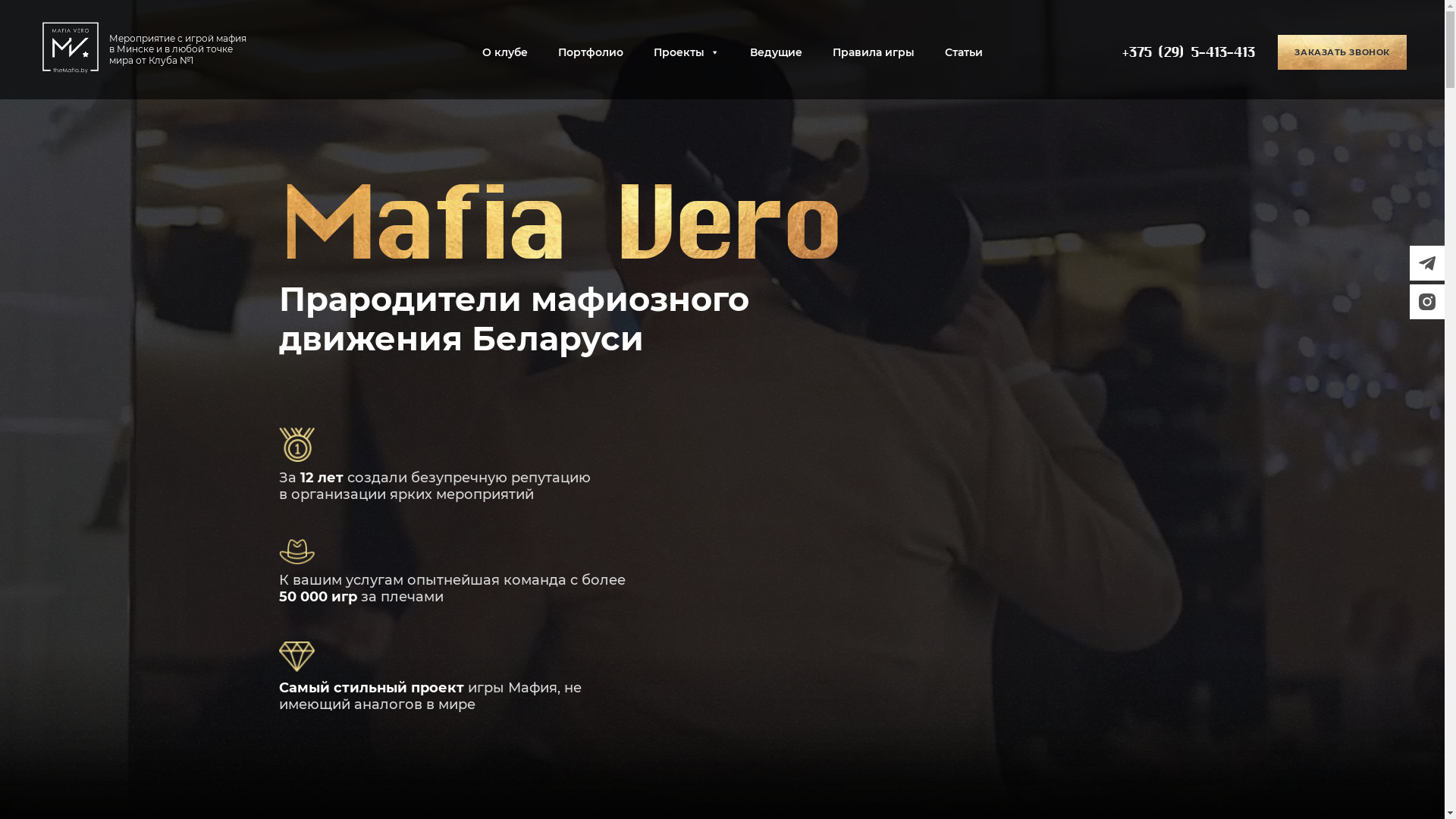 This screenshot has width=1456, height=819. I want to click on '+375 (29) 5-413-413', so click(1187, 52).